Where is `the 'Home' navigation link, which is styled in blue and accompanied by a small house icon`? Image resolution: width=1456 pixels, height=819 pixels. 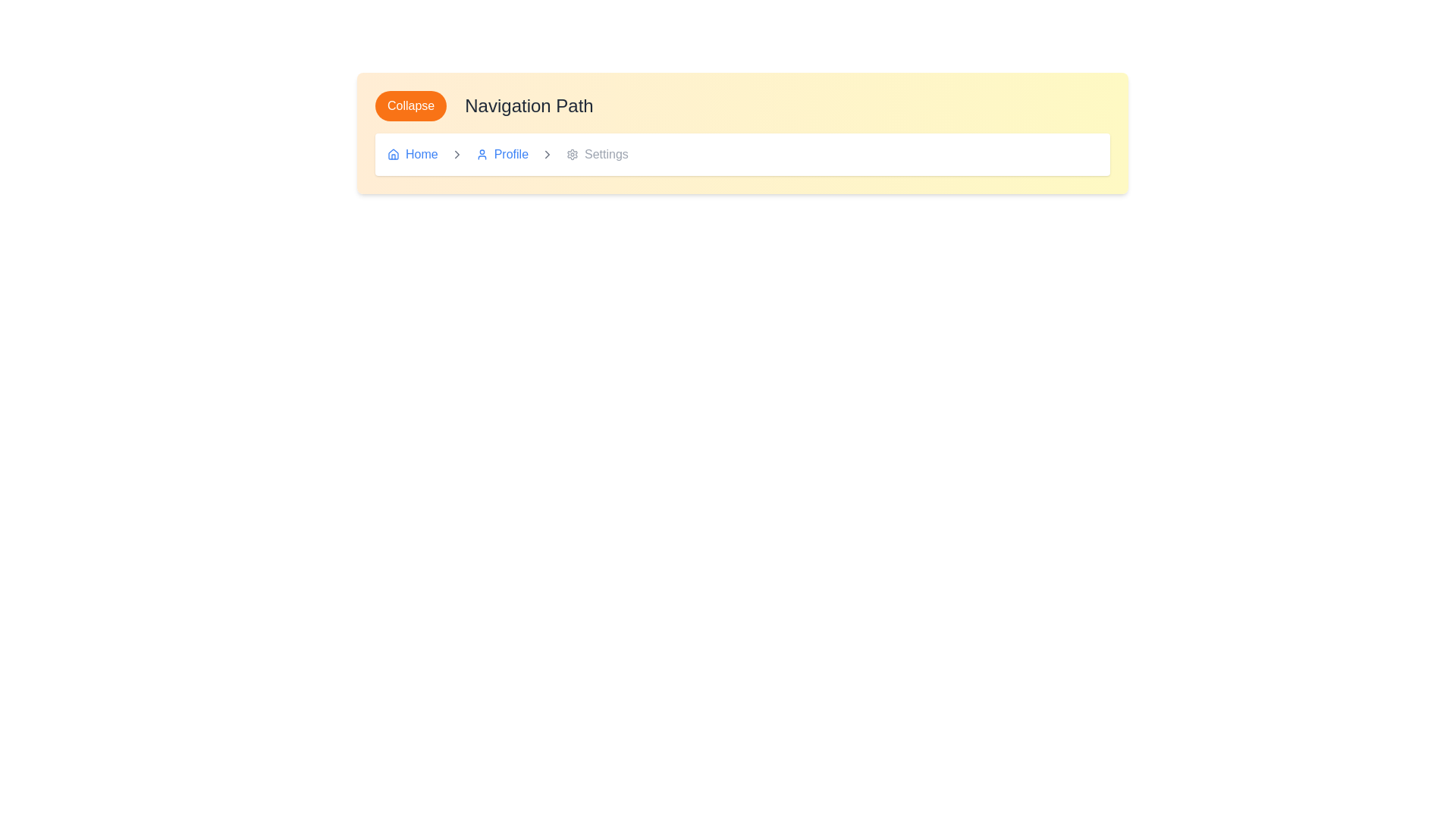 the 'Home' navigation link, which is styled in blue and accompanied by a small house icon is located at coordinates (413, 155).